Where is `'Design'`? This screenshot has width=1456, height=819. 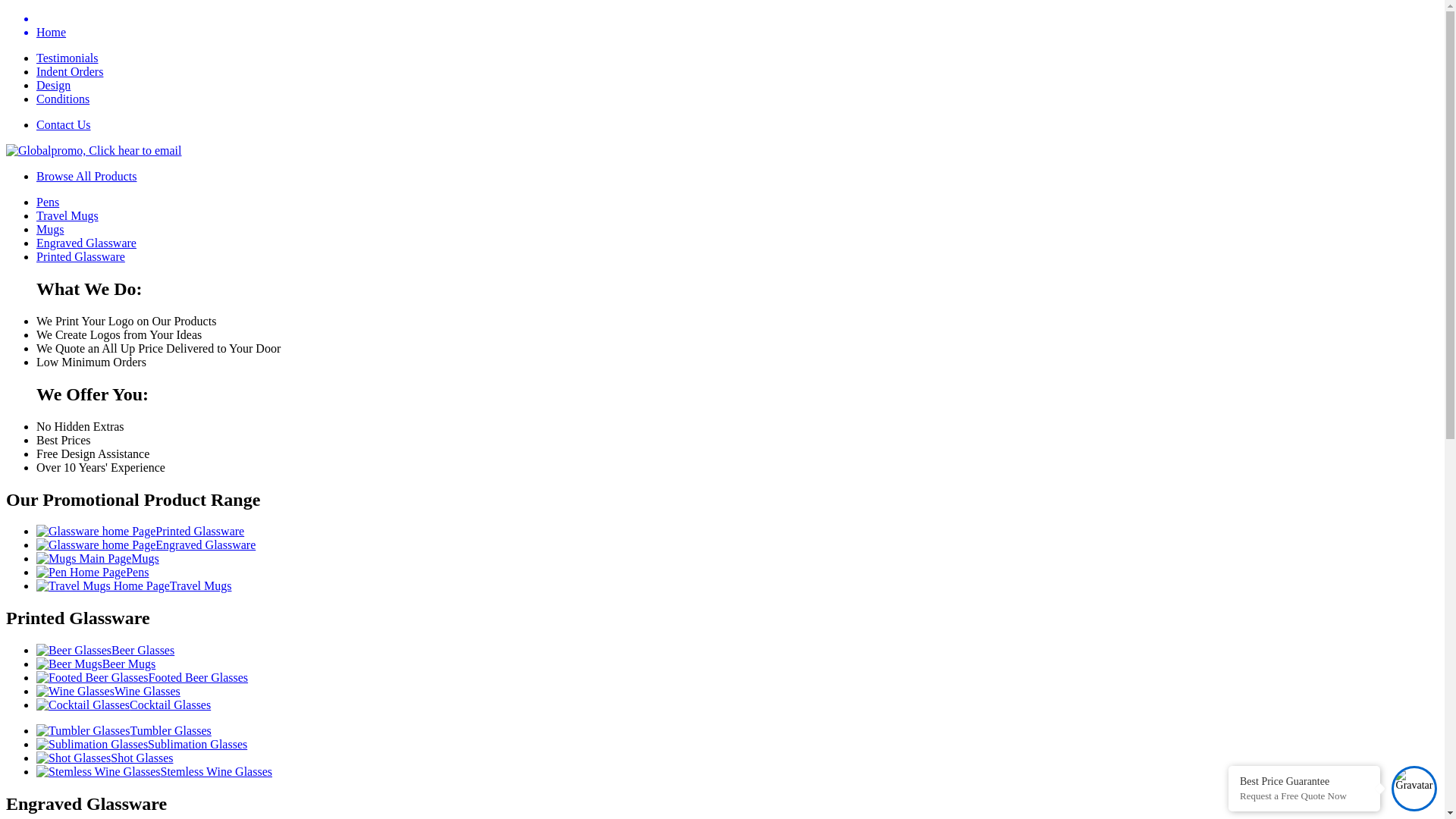
'Design' is located at coordinates (36, 85).